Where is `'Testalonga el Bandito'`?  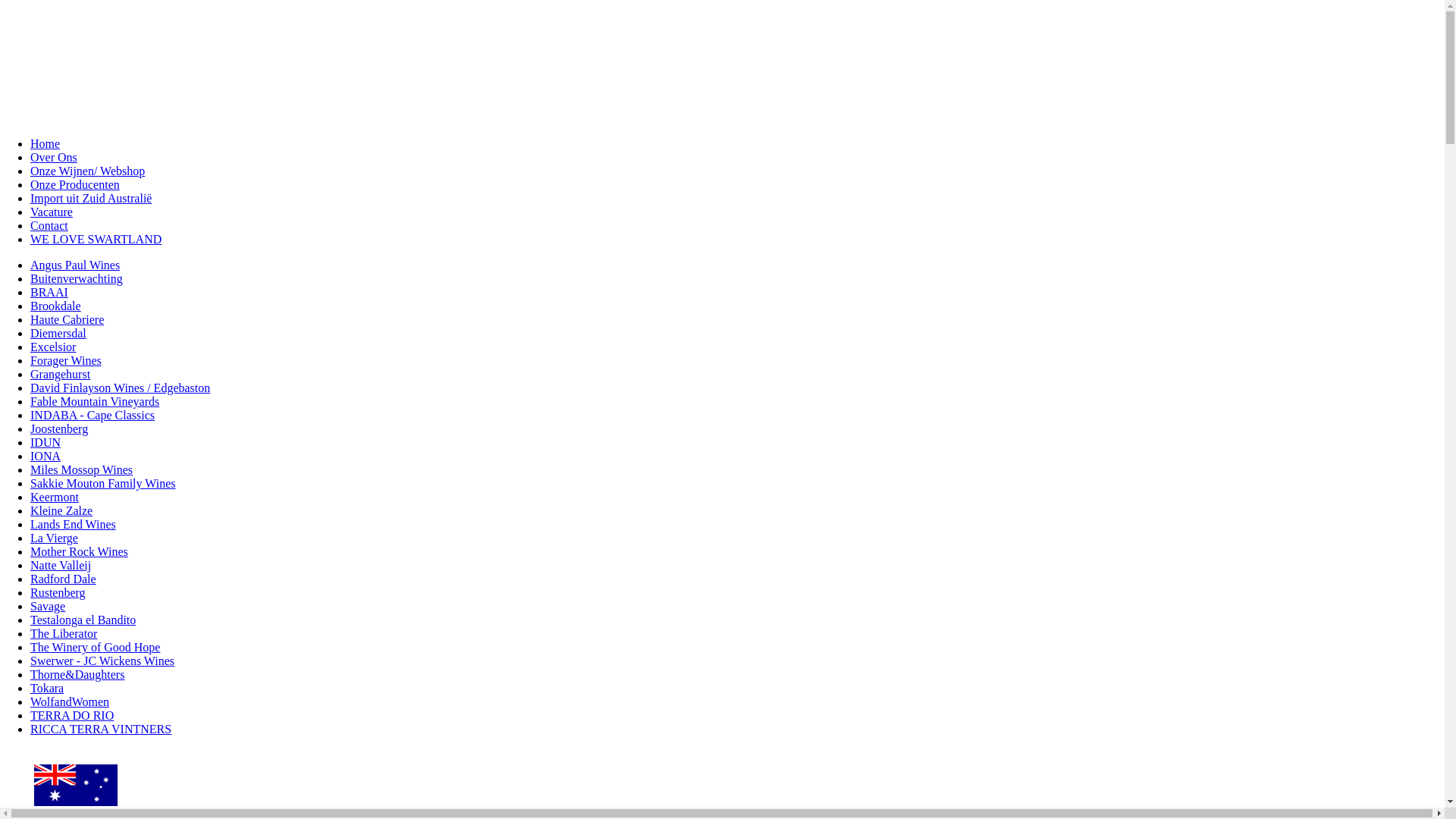 'Testalonga el Bandito' is located at coordinates (82, 620).